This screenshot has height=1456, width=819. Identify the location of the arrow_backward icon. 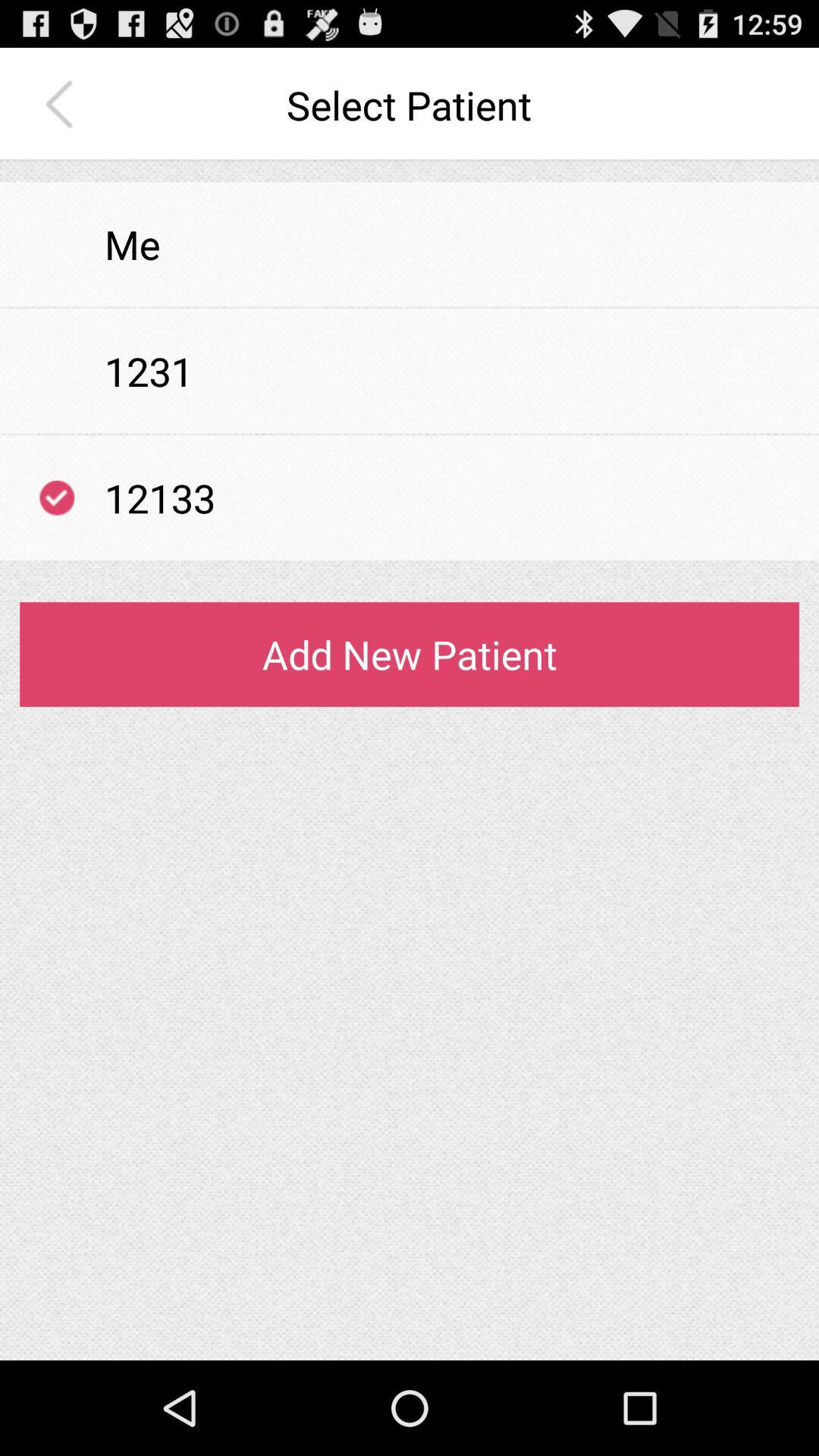
(62, 111).